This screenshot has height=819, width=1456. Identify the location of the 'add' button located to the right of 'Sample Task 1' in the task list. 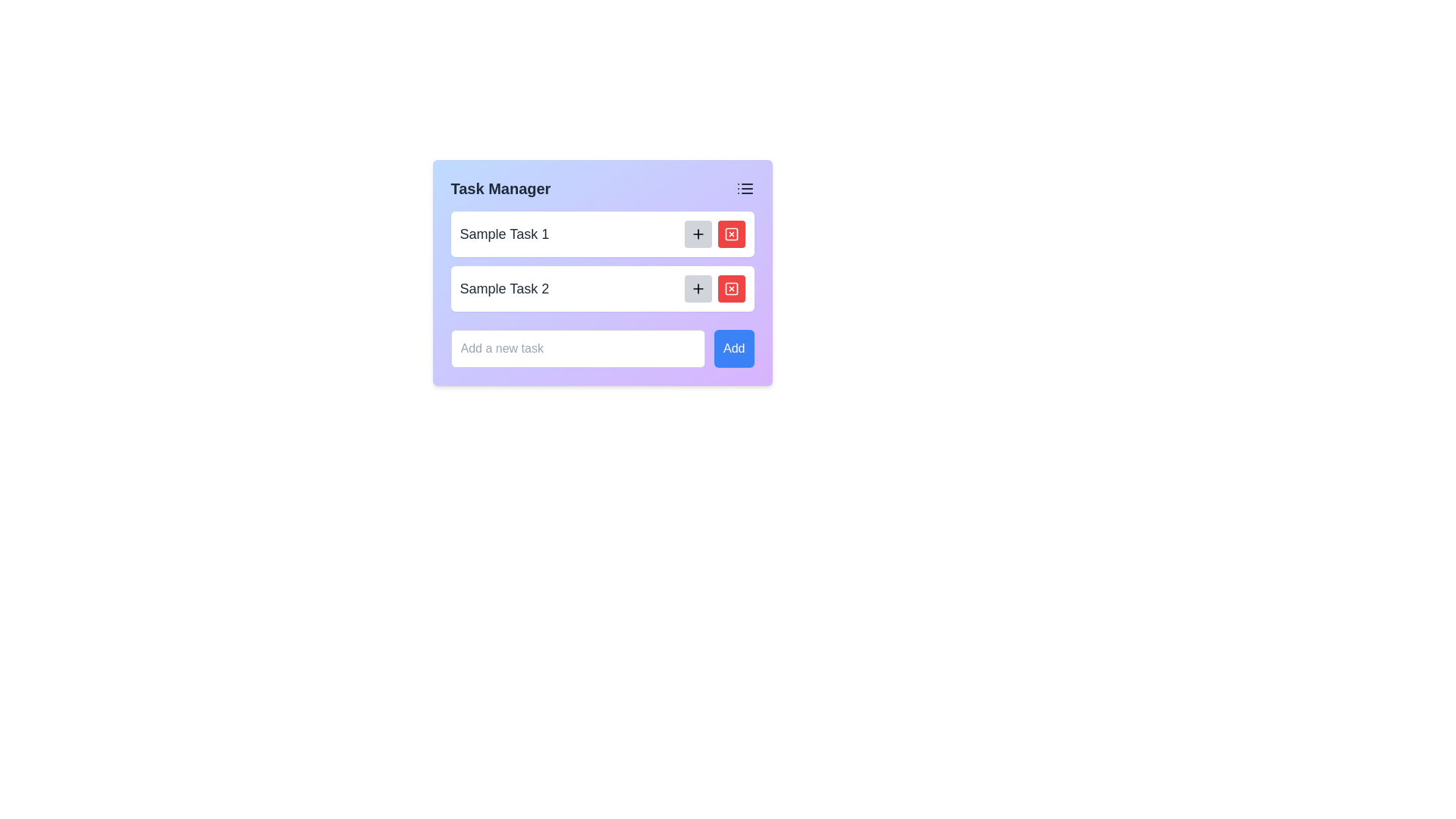
(697, 234).